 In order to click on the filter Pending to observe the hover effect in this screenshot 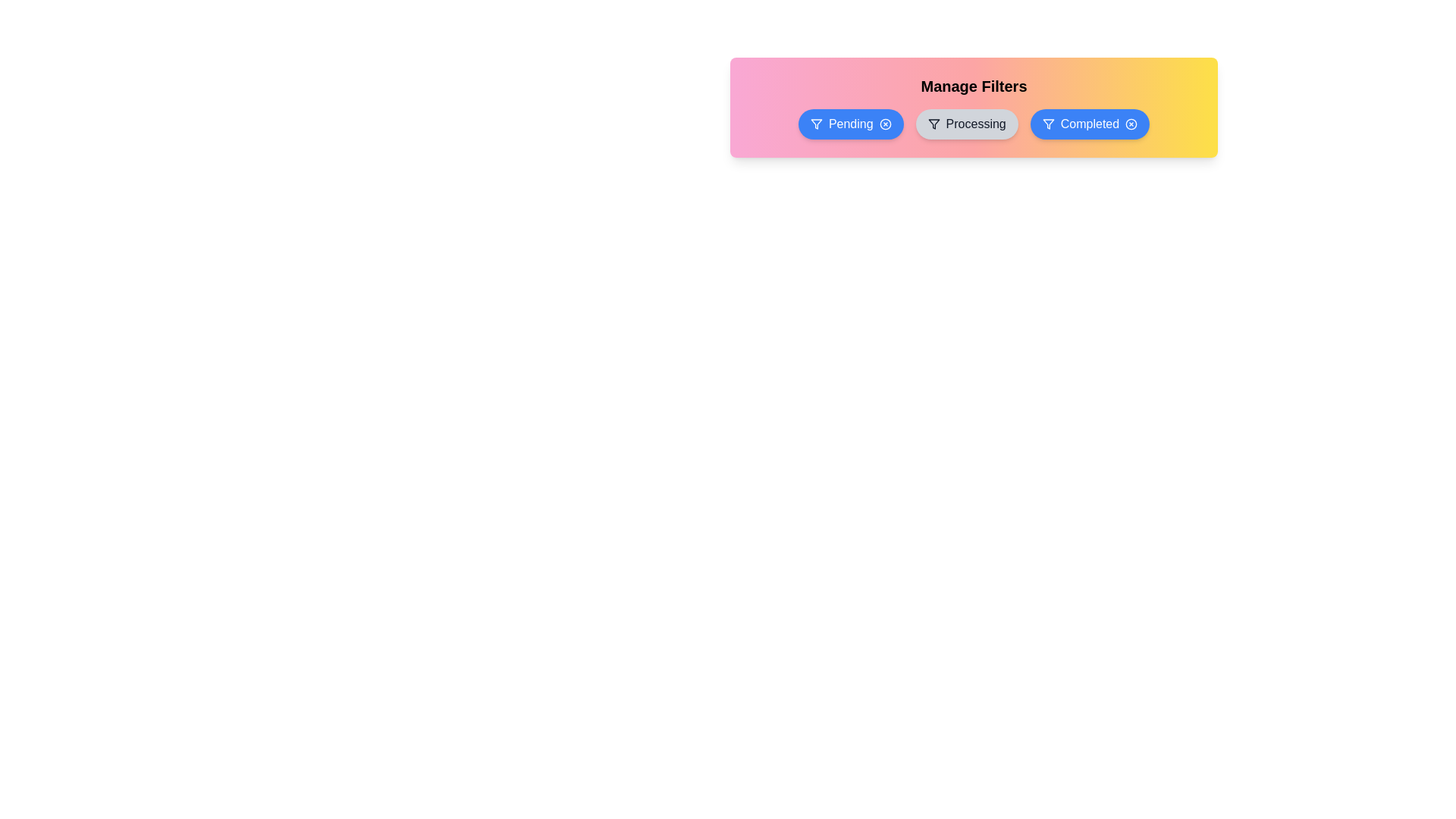, I will do `click(851, 124)`.